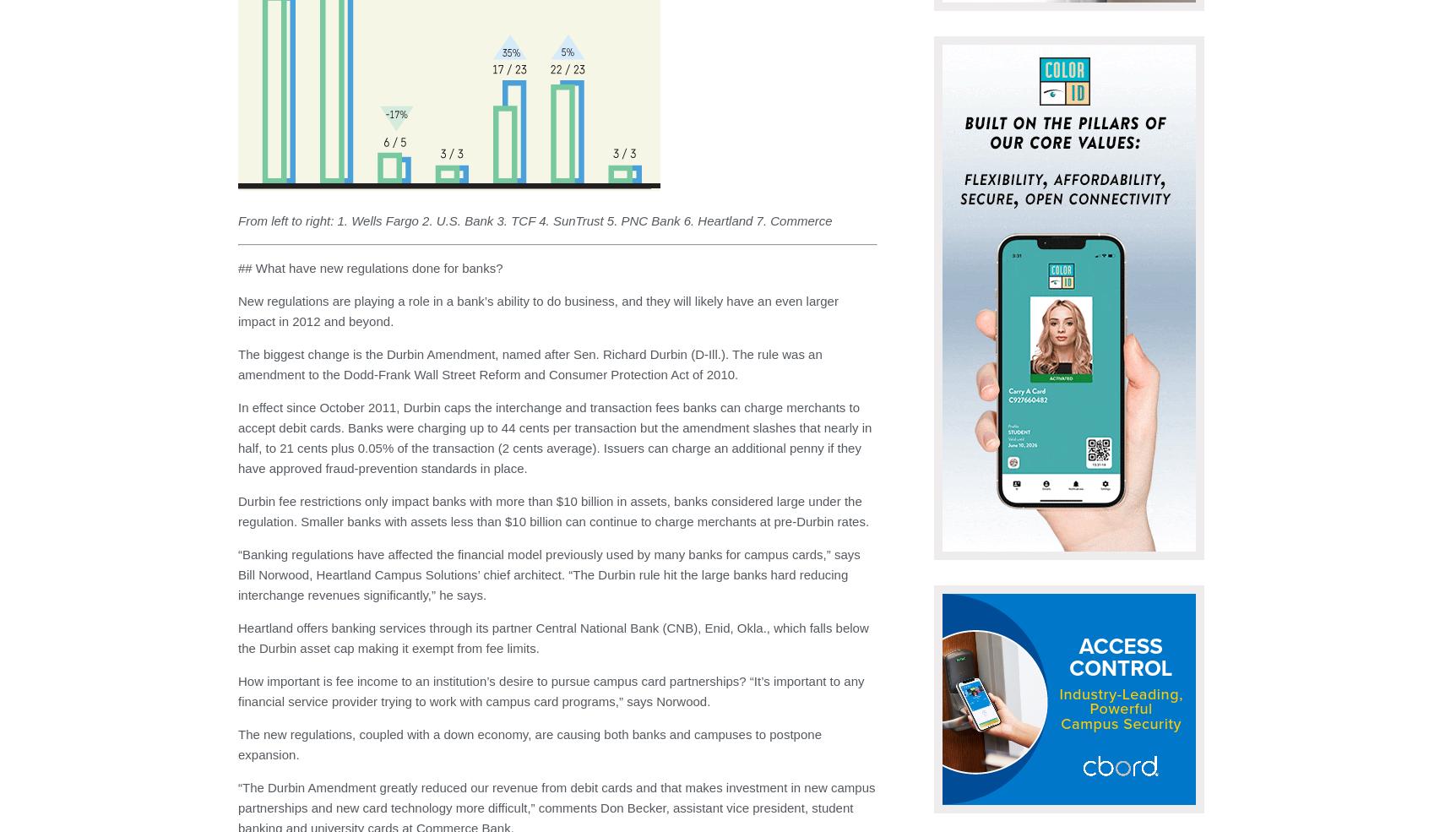 The image size is (1456, 832). I want to click on 'In effect since October 2011, Durbin caps the interchange and transaction fees banks can charge merchants to accept debit cards. Banks were charging up to 44 cents per transaction but the amendment slashes that nearly in half, to 21 cents plus 0.05% of the transaction (2 cents average). Issuers can charge an additional penny if they have approved fraud-prevention standards in place.', so click(554, 438).